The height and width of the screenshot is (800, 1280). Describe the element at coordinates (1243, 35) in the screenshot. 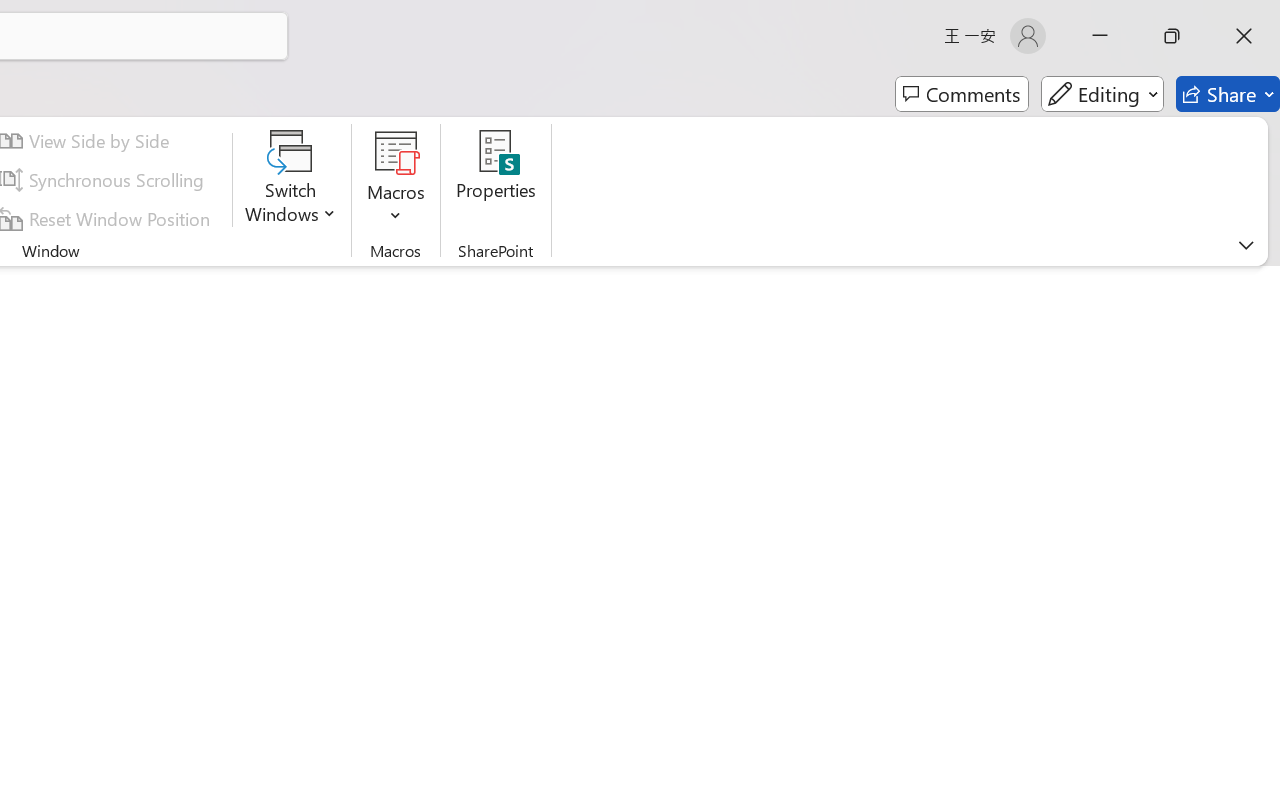

I see `'Close'` at that location.